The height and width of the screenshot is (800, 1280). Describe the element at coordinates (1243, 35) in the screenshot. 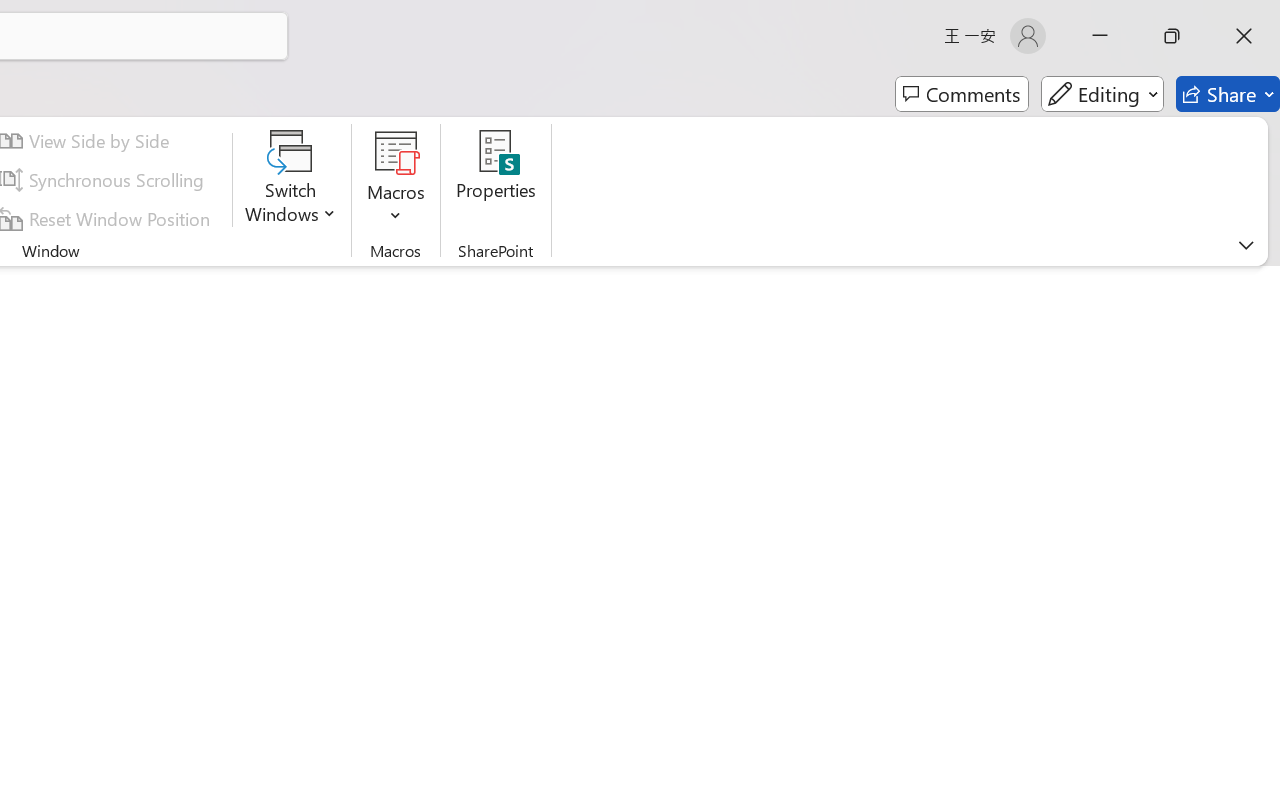

I see `'Close'` at that location.